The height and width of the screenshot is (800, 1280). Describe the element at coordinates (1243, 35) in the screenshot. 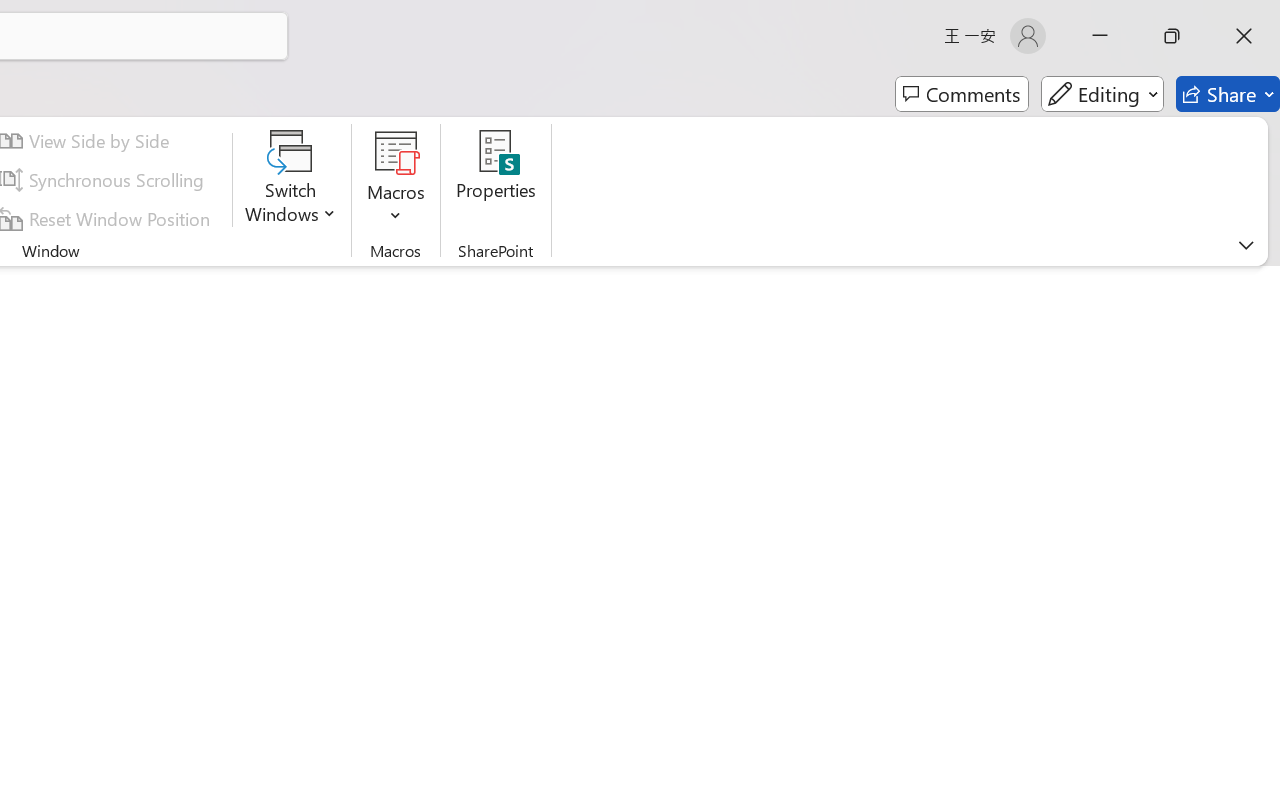

I see `'Close'` at that location.